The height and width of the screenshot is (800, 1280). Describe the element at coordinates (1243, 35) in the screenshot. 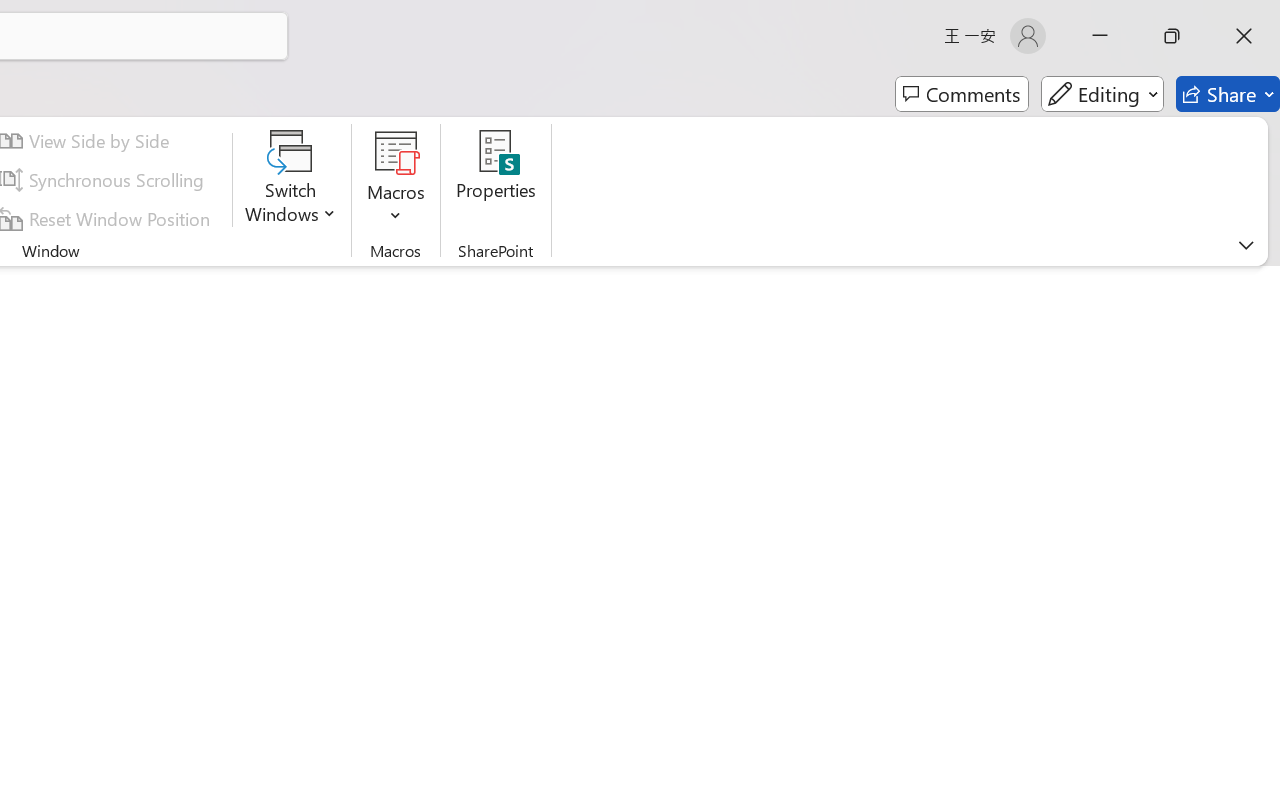

I see `'Close'` at that location.